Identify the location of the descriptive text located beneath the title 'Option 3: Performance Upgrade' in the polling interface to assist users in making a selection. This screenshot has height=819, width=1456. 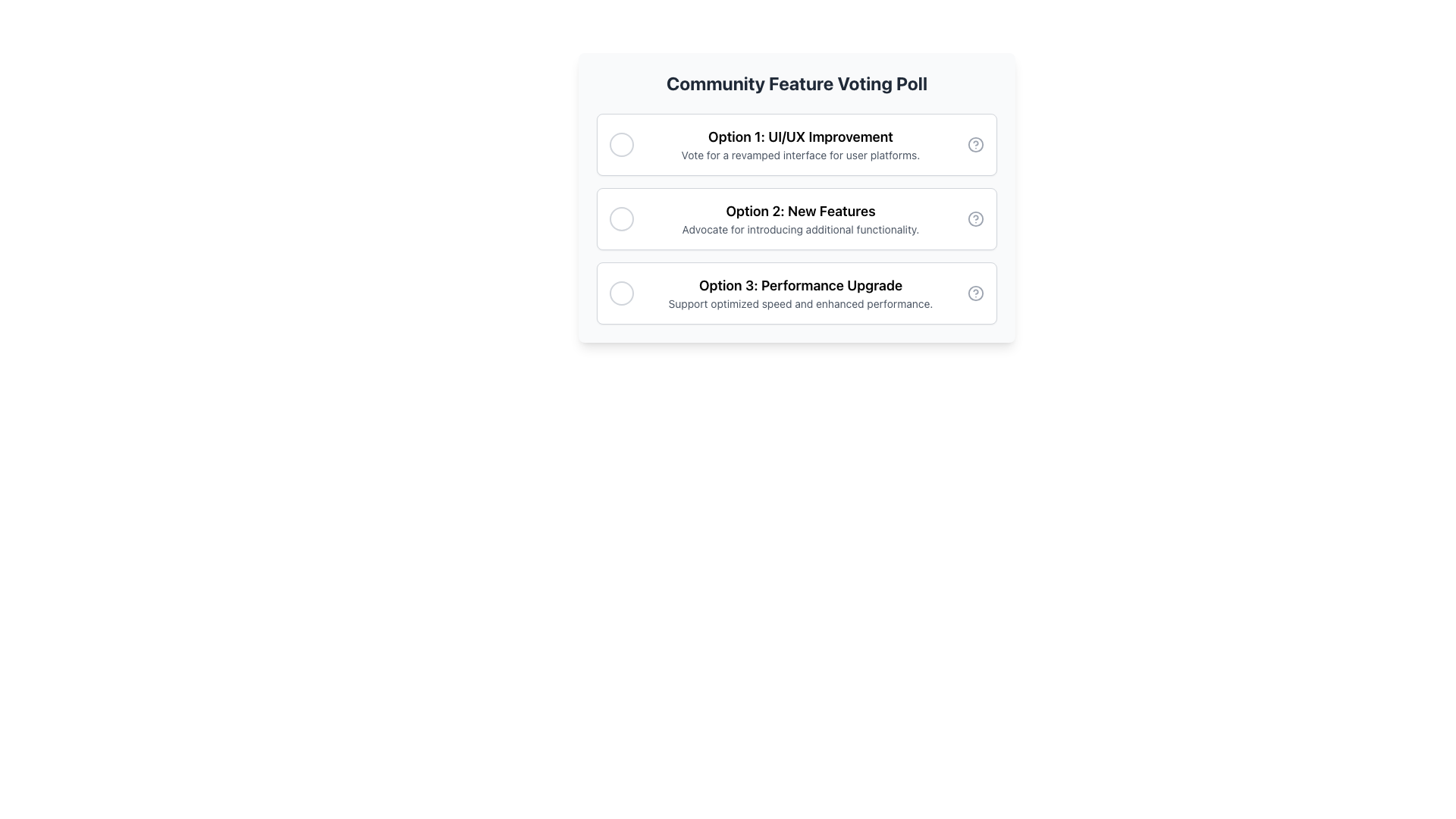
(800, 304).